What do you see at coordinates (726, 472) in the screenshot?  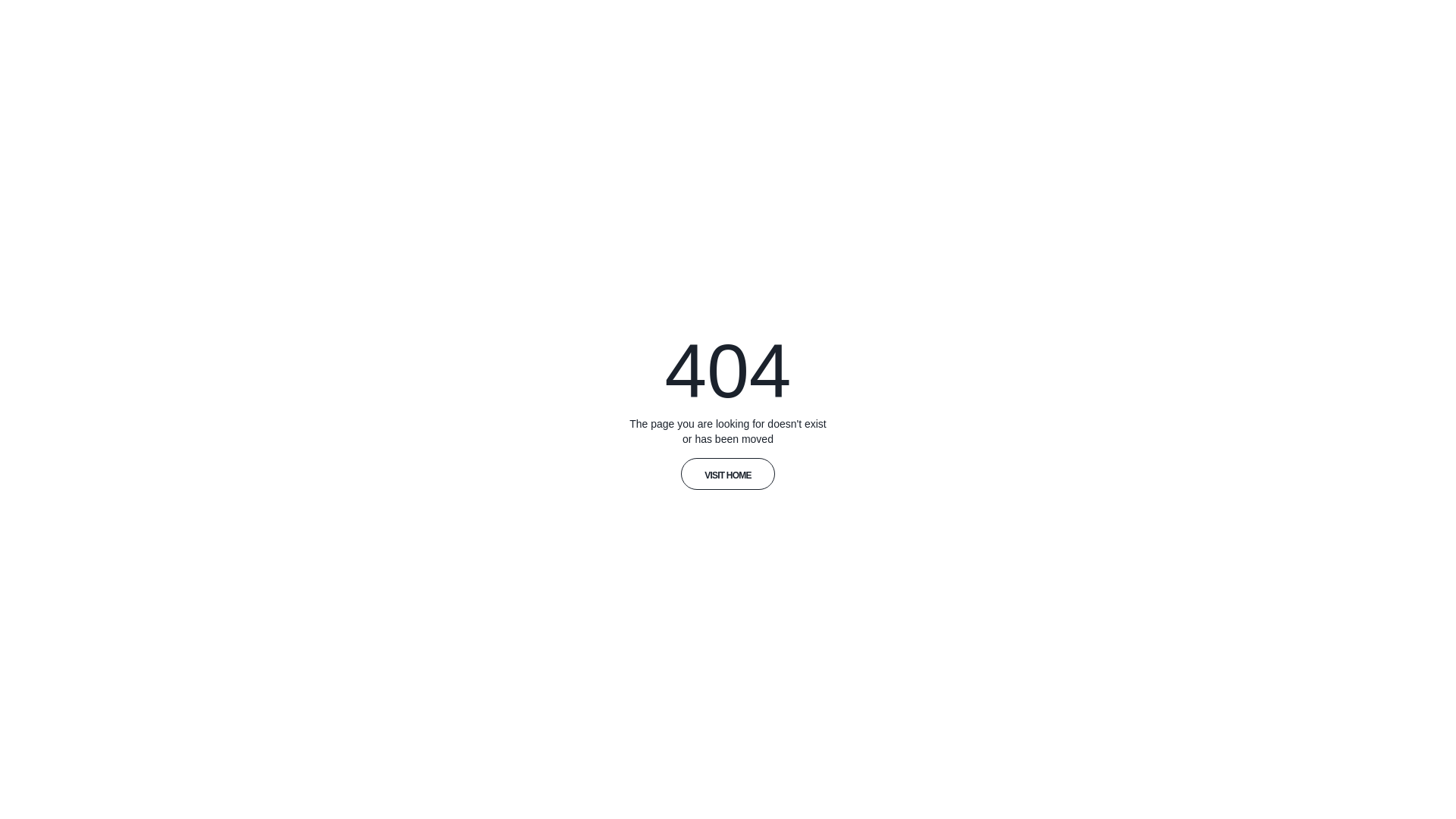 I see `'VISIT HOME'` at bounding box center [726, 472].